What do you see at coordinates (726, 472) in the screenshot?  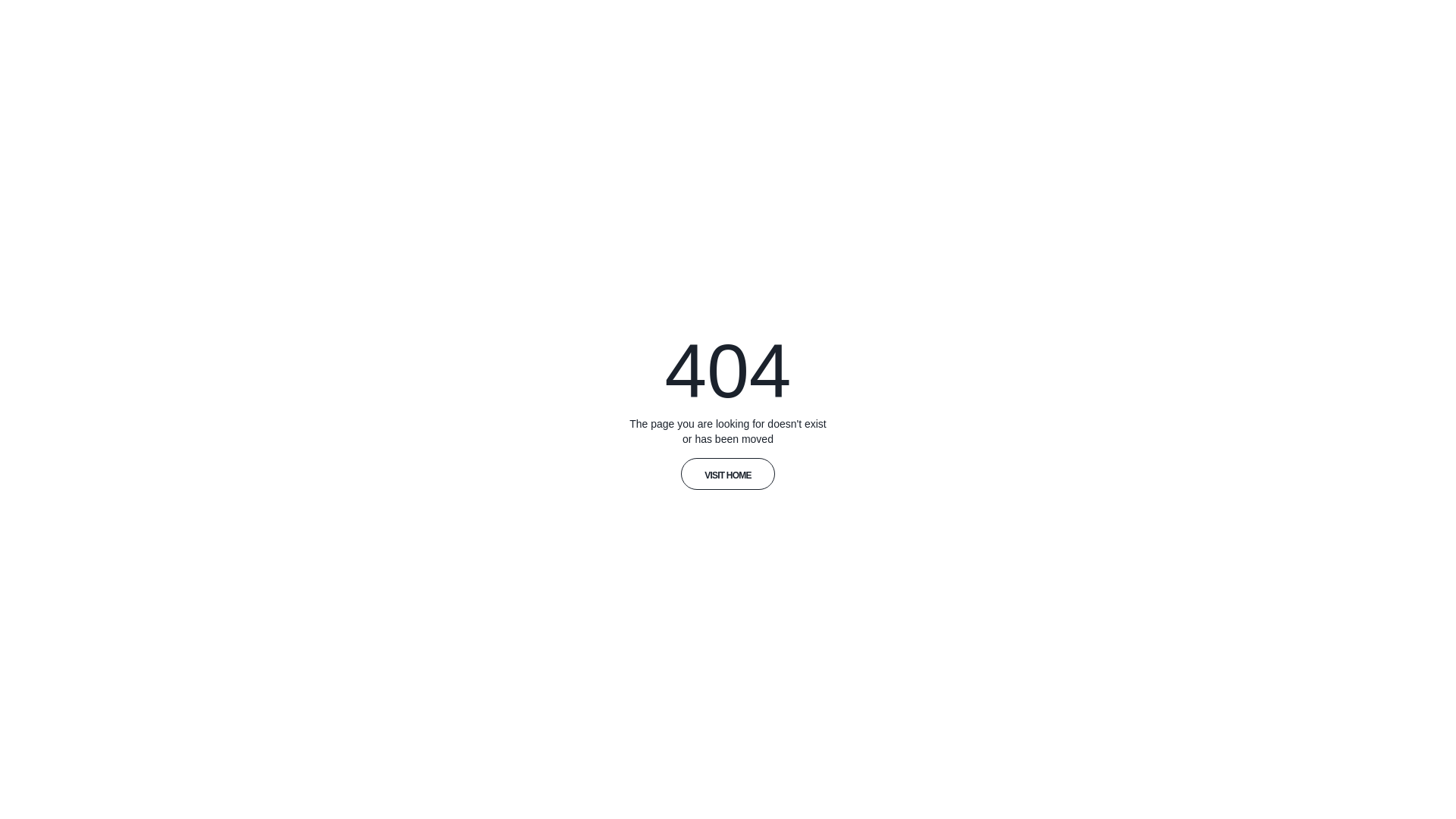 I see `'VISIT HOME'` at bounding box center [726, 472].